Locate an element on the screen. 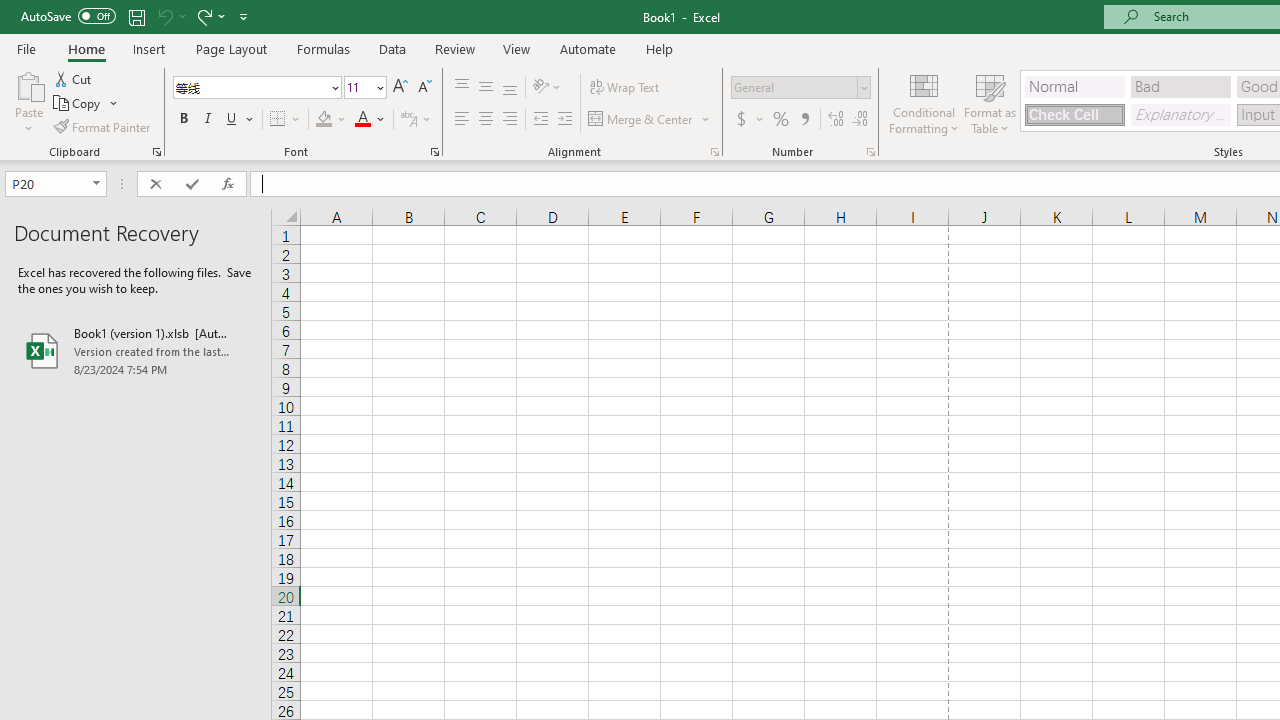 This screenshot has height=720, width=1280. 'Bottom Border' is located at coordinates (277, 119).